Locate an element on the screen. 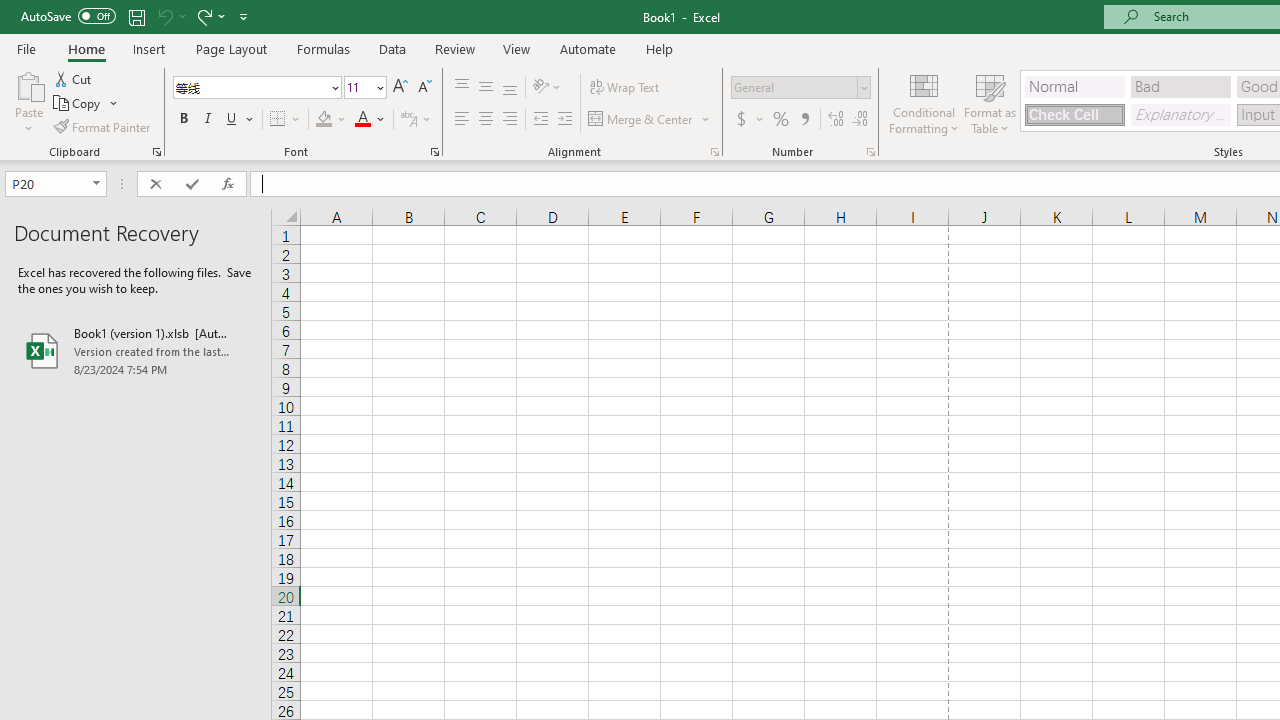 This screenshot has height=720, width=1280. 'Bottom Border' is located at coordinates (277, 119).